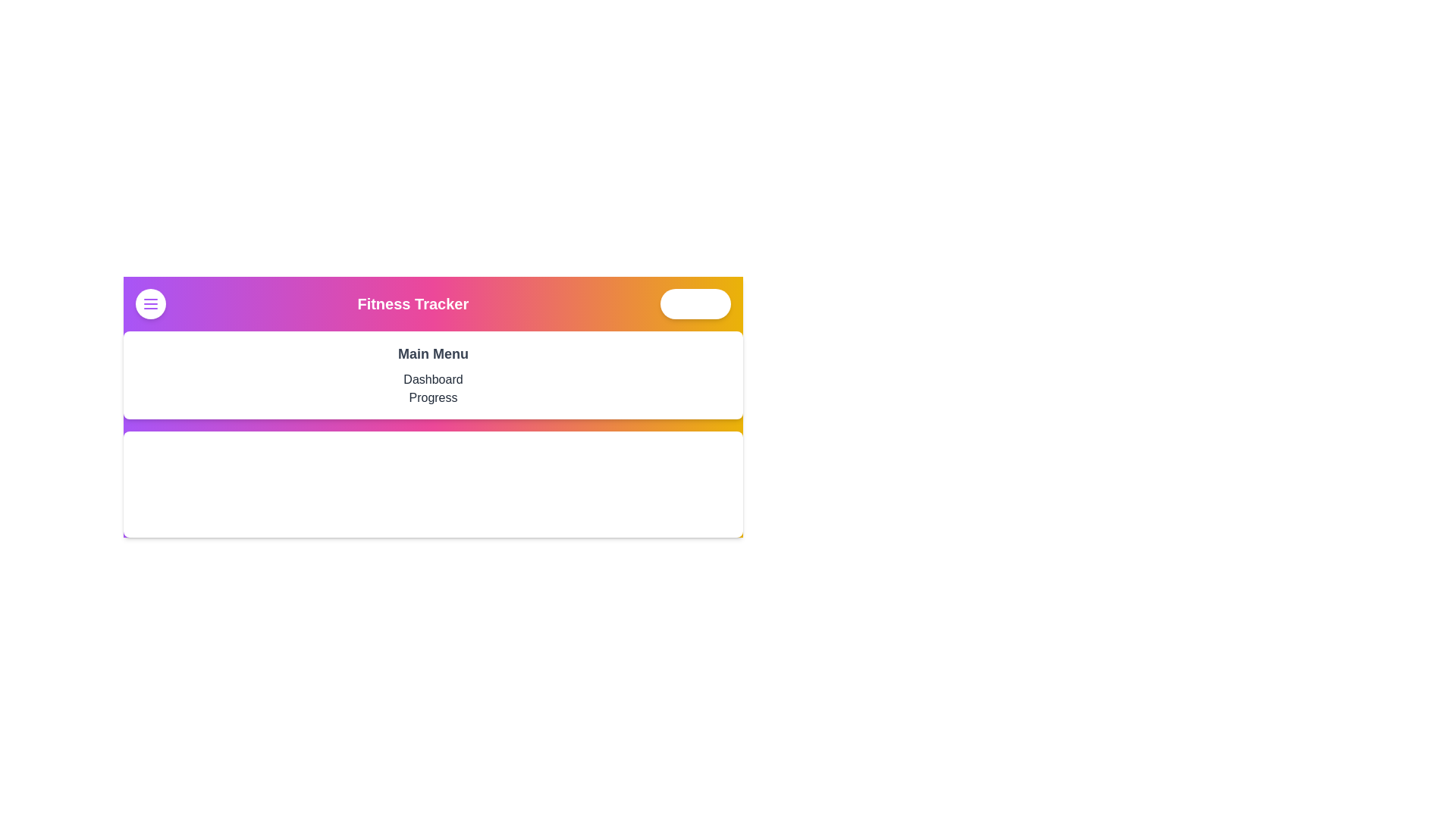 This screenshot has width=1456, height=819. What do you see at coordinates (432, 379) in the screenshot?
I see `the 'Dashboard' menu item` at bounding box center [432, 379].